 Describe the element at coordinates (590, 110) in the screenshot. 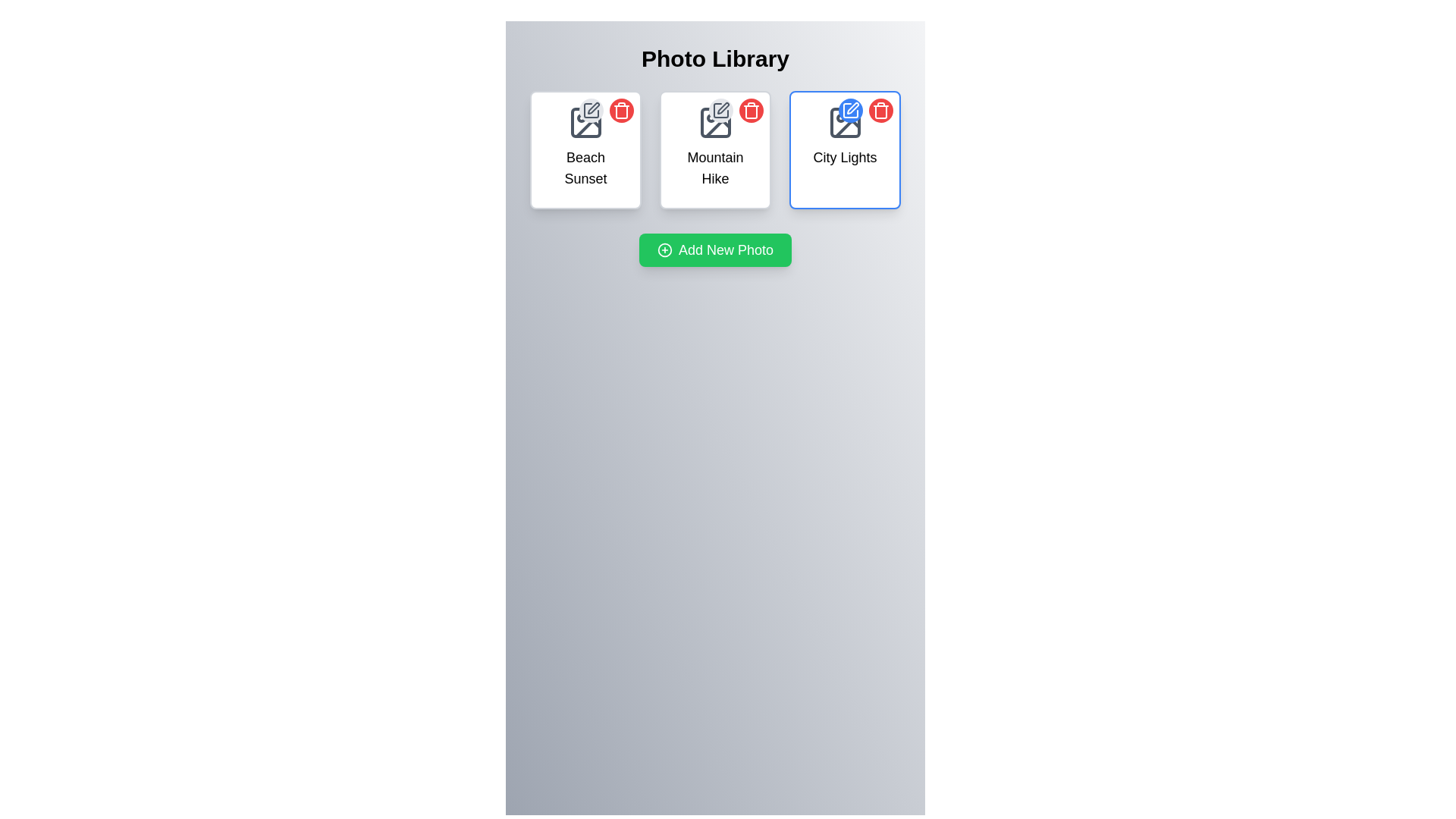

I see `the circular edit button with a light gray background and dark gray pencil icon located at the top-right corner of the 'Beach Sunset' card` at that location.